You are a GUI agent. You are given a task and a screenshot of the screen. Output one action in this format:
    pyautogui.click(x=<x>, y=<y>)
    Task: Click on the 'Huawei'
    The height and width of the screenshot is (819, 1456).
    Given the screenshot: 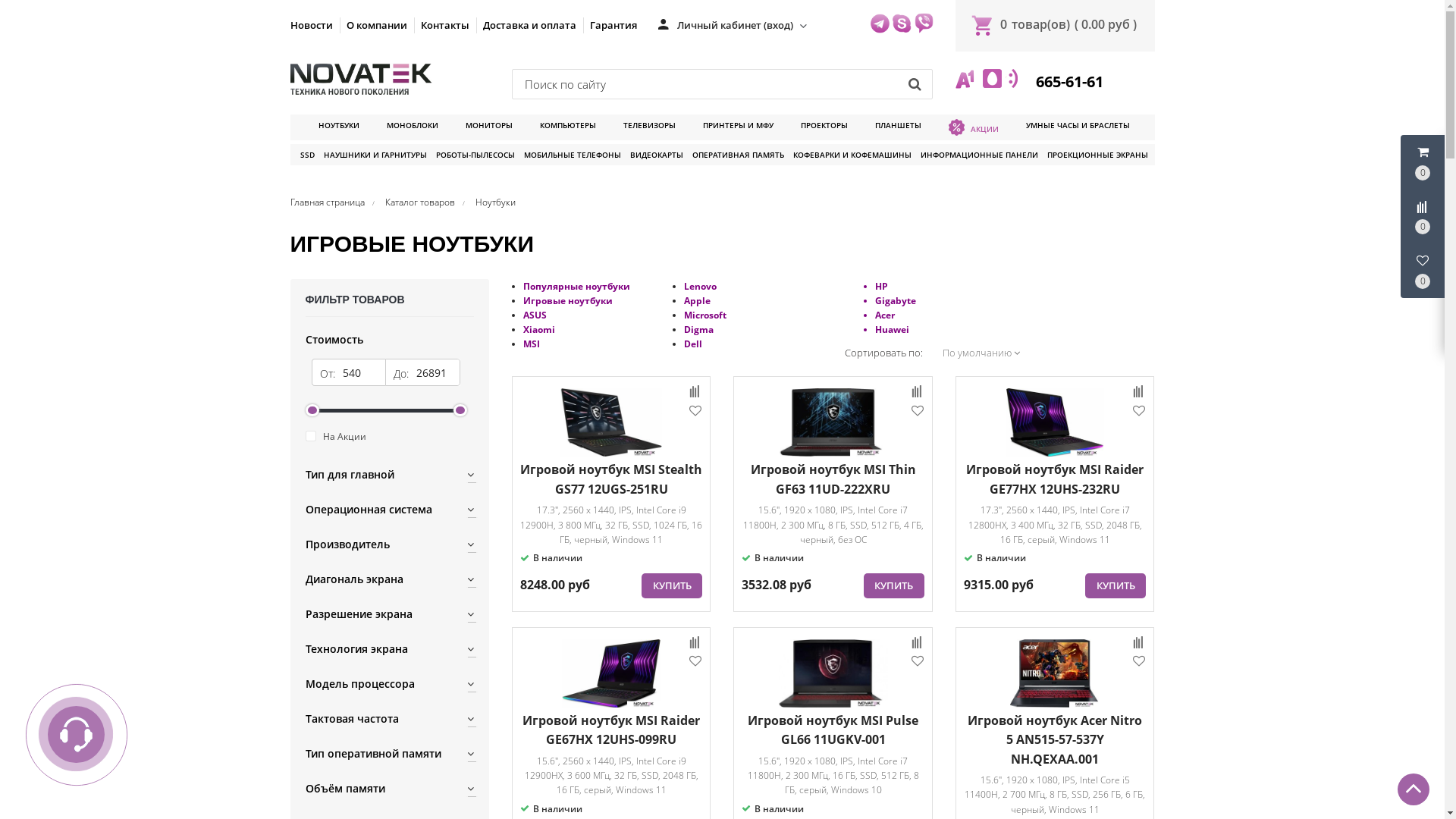 What is the action you would take?
    pyautogui.click(x=892, y=328)
    